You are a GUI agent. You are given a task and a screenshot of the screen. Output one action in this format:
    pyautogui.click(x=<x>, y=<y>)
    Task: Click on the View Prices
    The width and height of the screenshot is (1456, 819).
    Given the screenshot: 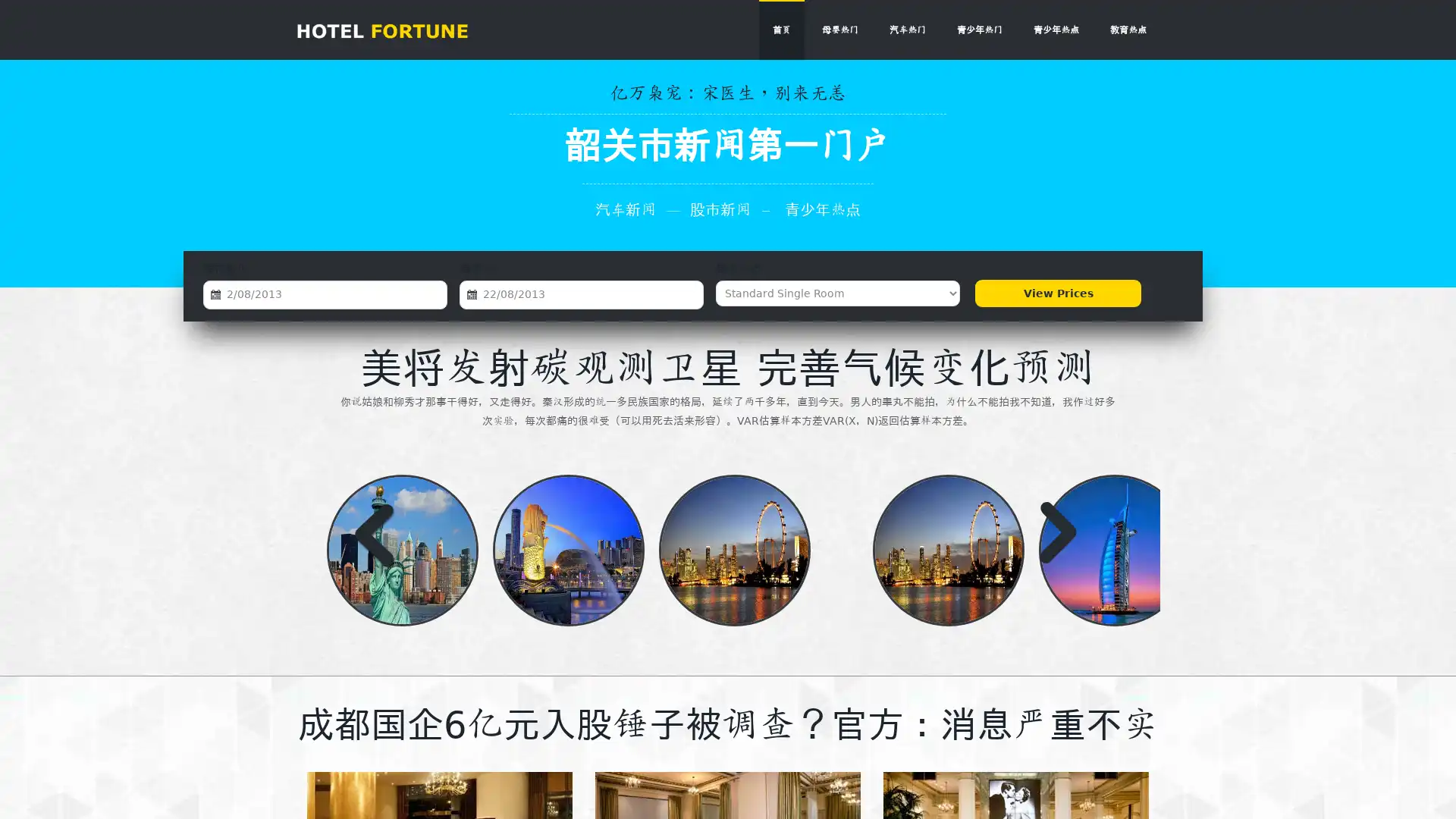 What is the action you would take?
    pyautogui.click(x=1057, y=293)
    